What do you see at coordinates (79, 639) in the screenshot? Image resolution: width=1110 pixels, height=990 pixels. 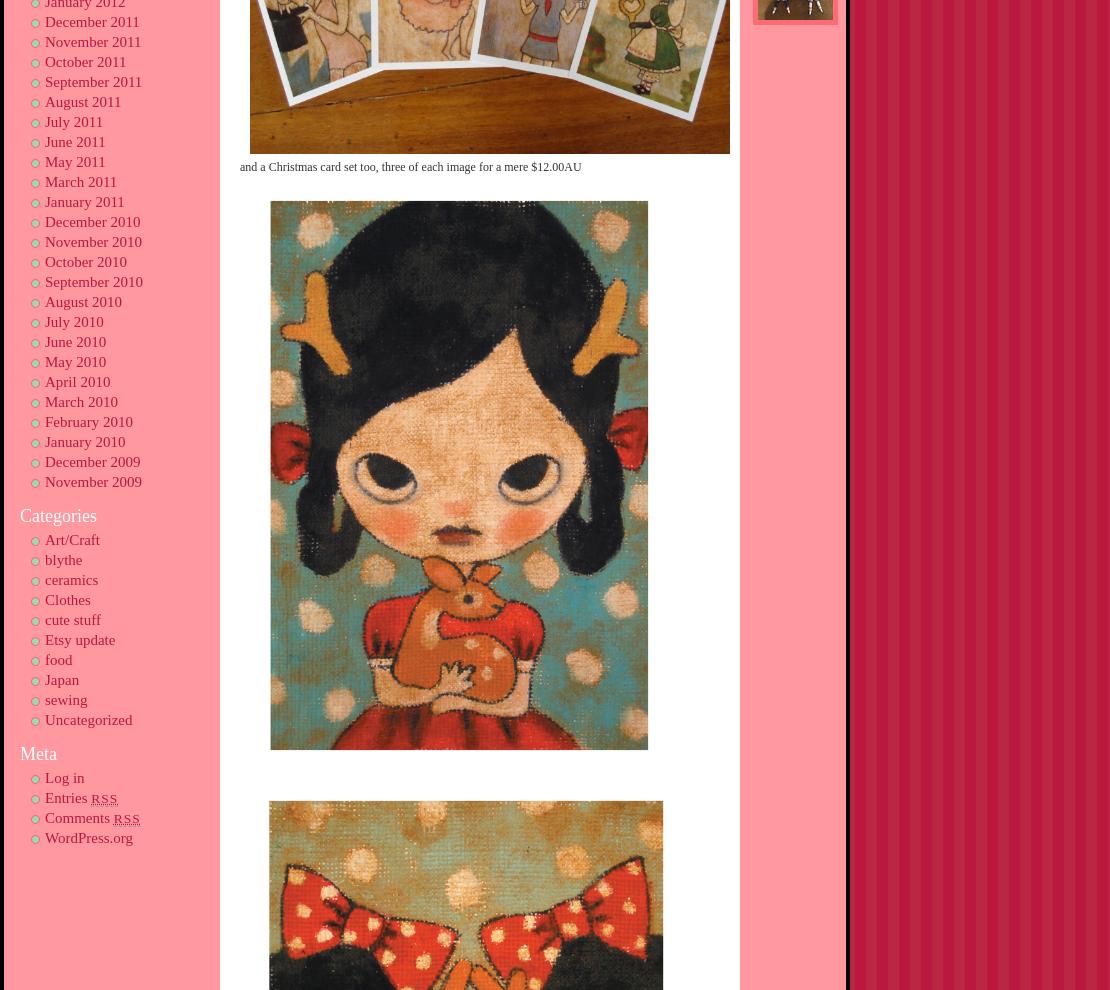 I see `'Etsy update'` at bounding box center [79, 639].